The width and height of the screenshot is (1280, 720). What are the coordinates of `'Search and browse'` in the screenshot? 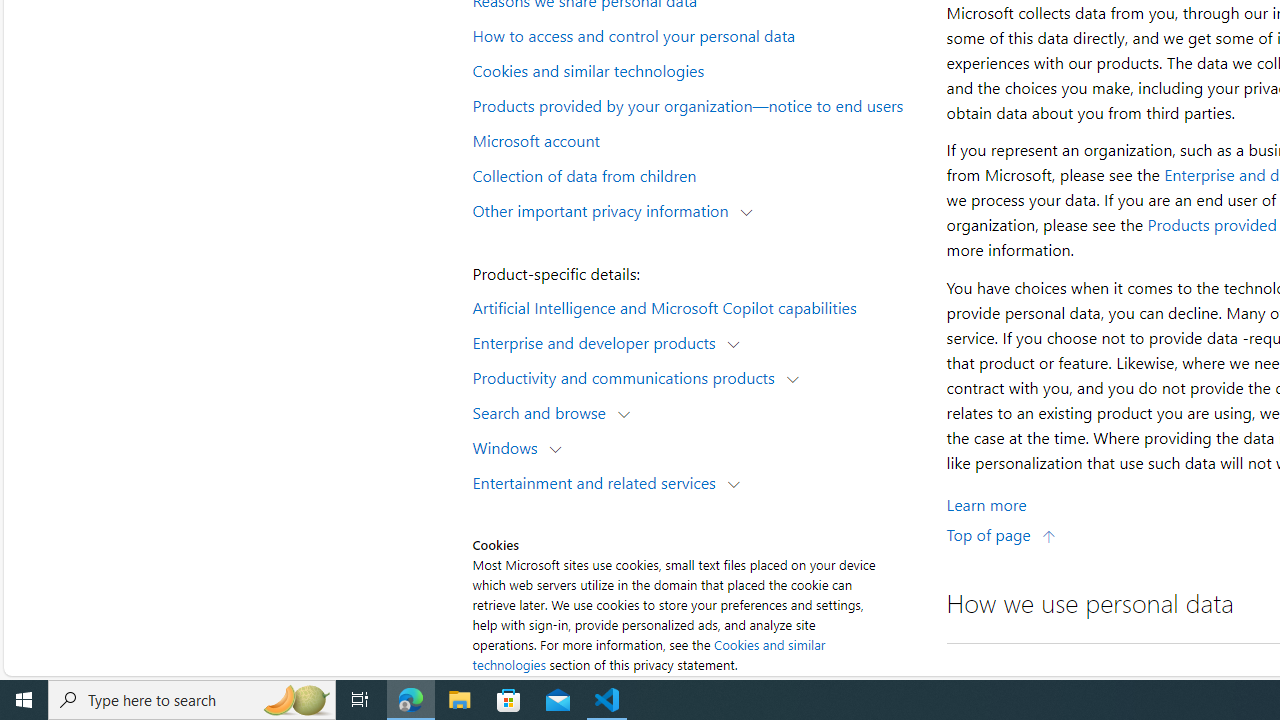 It's located at (544, 411).